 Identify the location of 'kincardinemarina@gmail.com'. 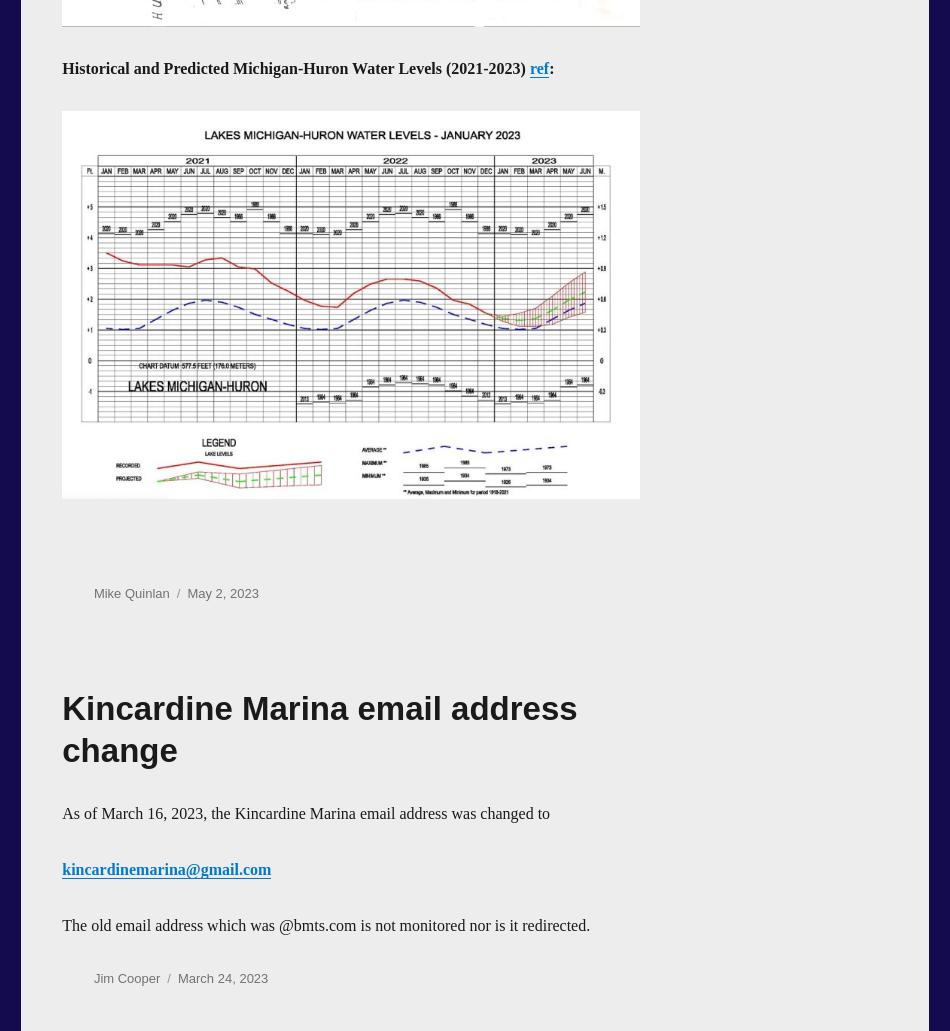
(62, 868).